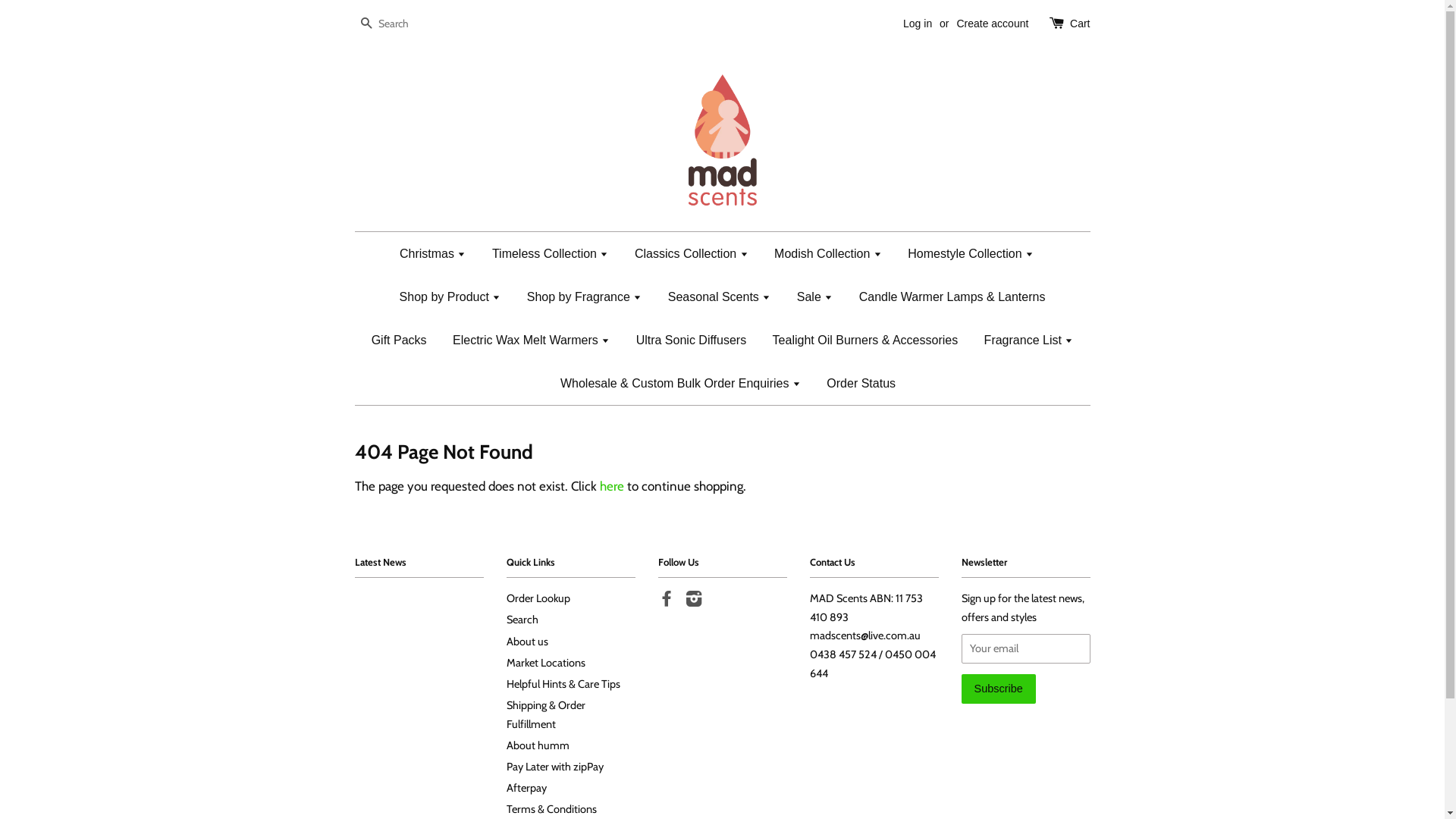  Describe the element at coordinates (998, 689) in the screenshot. I see `'Subscribe'` at that location.